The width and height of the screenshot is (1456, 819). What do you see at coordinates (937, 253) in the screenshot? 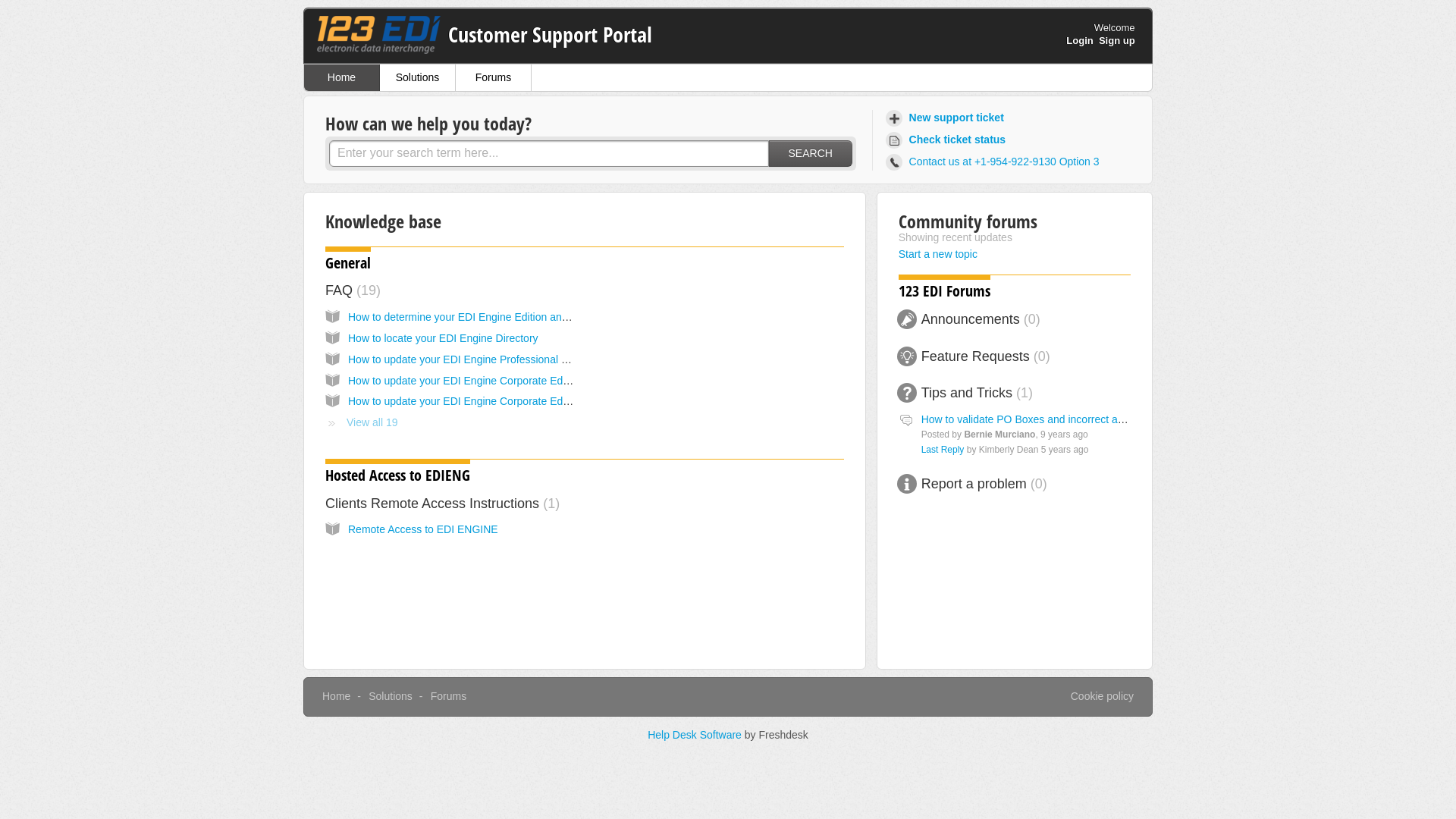
I see `'Start a new topic'` at bounding box center [937, 253].